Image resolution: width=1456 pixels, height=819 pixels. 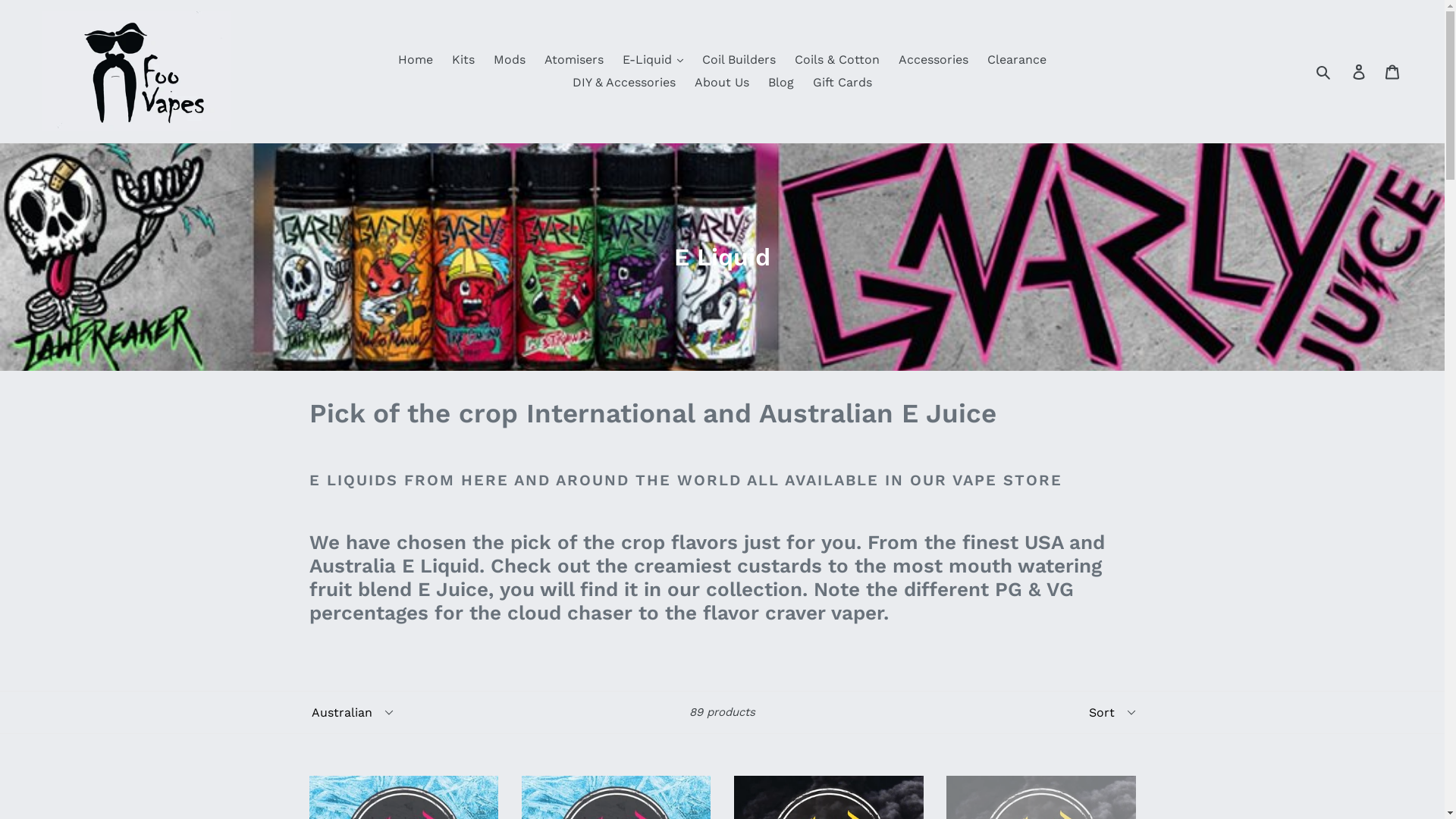 I want to click on 'Gift Cards', so click(x=841, y=82).